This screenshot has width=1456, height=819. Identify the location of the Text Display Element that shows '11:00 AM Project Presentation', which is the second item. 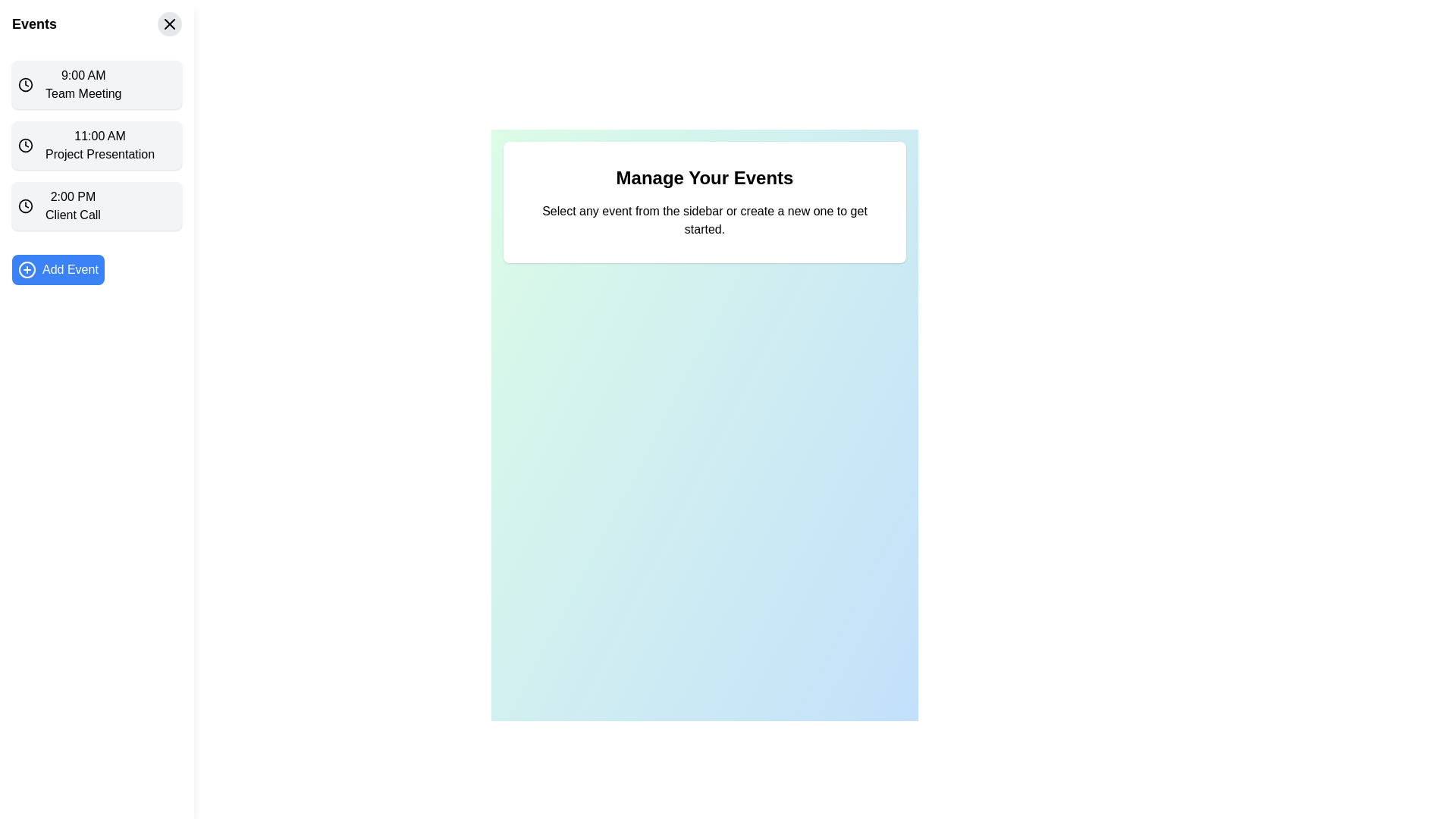
(99, 146).